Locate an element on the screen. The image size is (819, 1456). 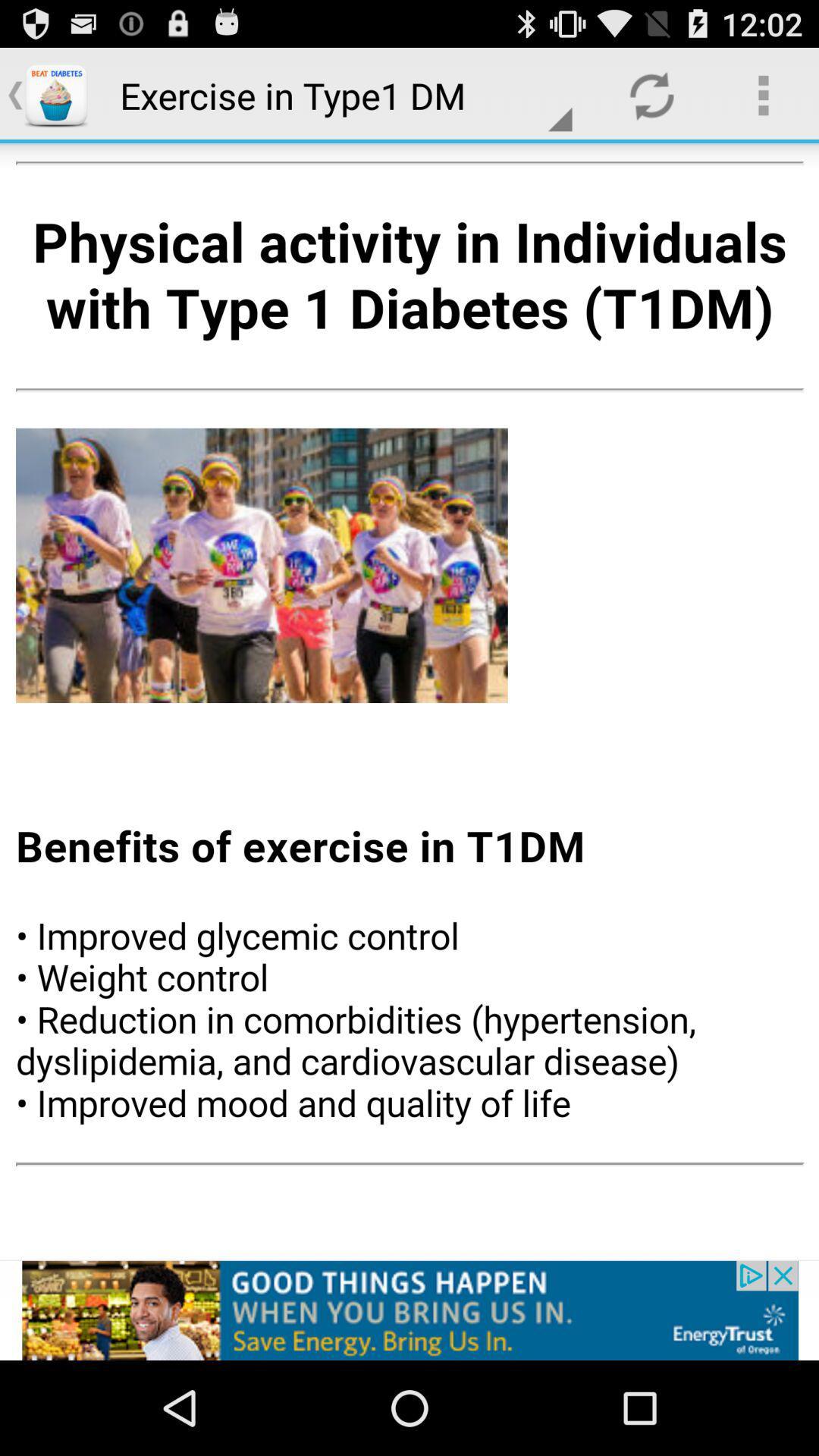
energy trust announcement is located at coordinates (409, 1310).